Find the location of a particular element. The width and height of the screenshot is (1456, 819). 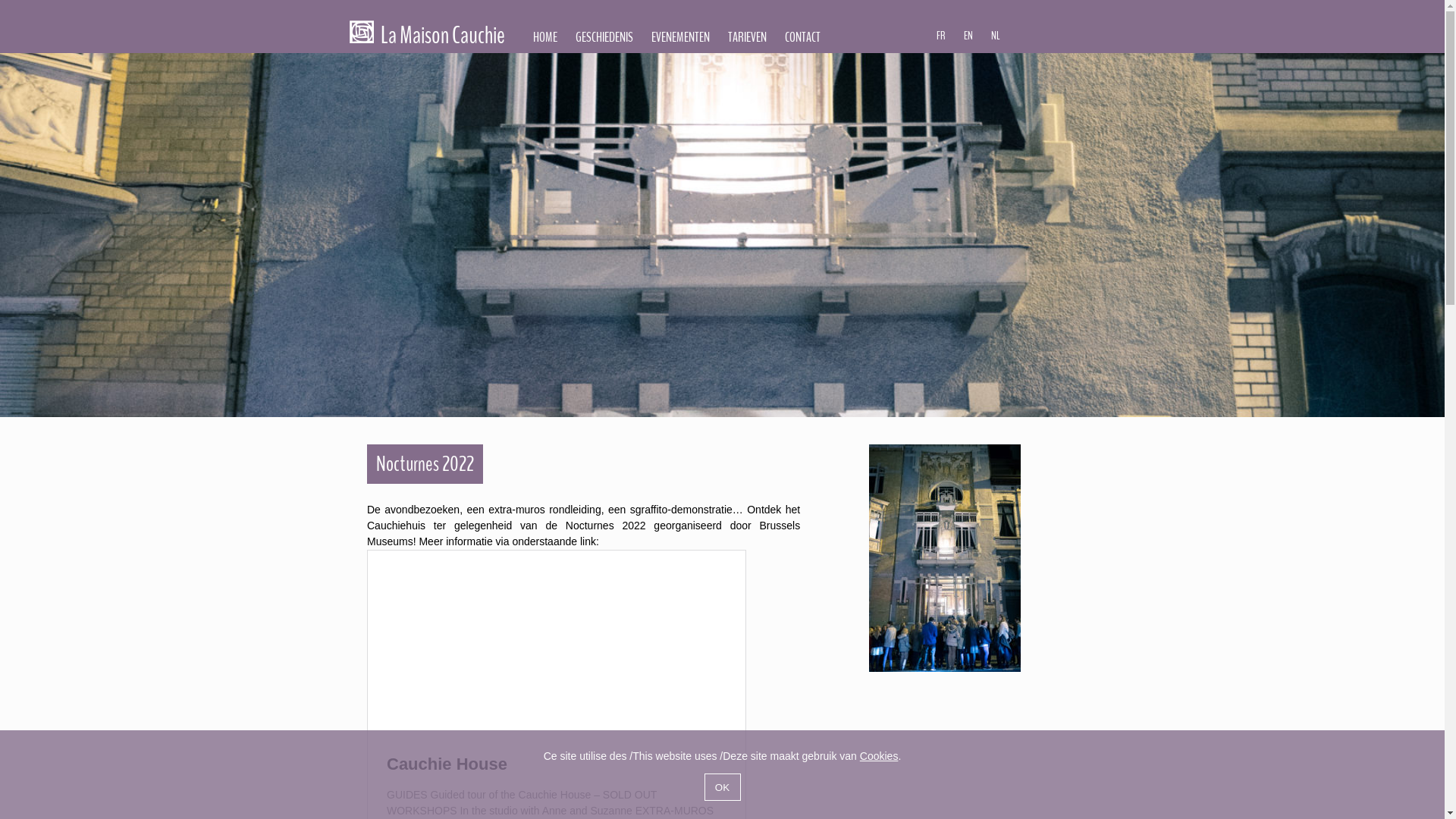

'CONTACT' is located at coordinates (802, 36).